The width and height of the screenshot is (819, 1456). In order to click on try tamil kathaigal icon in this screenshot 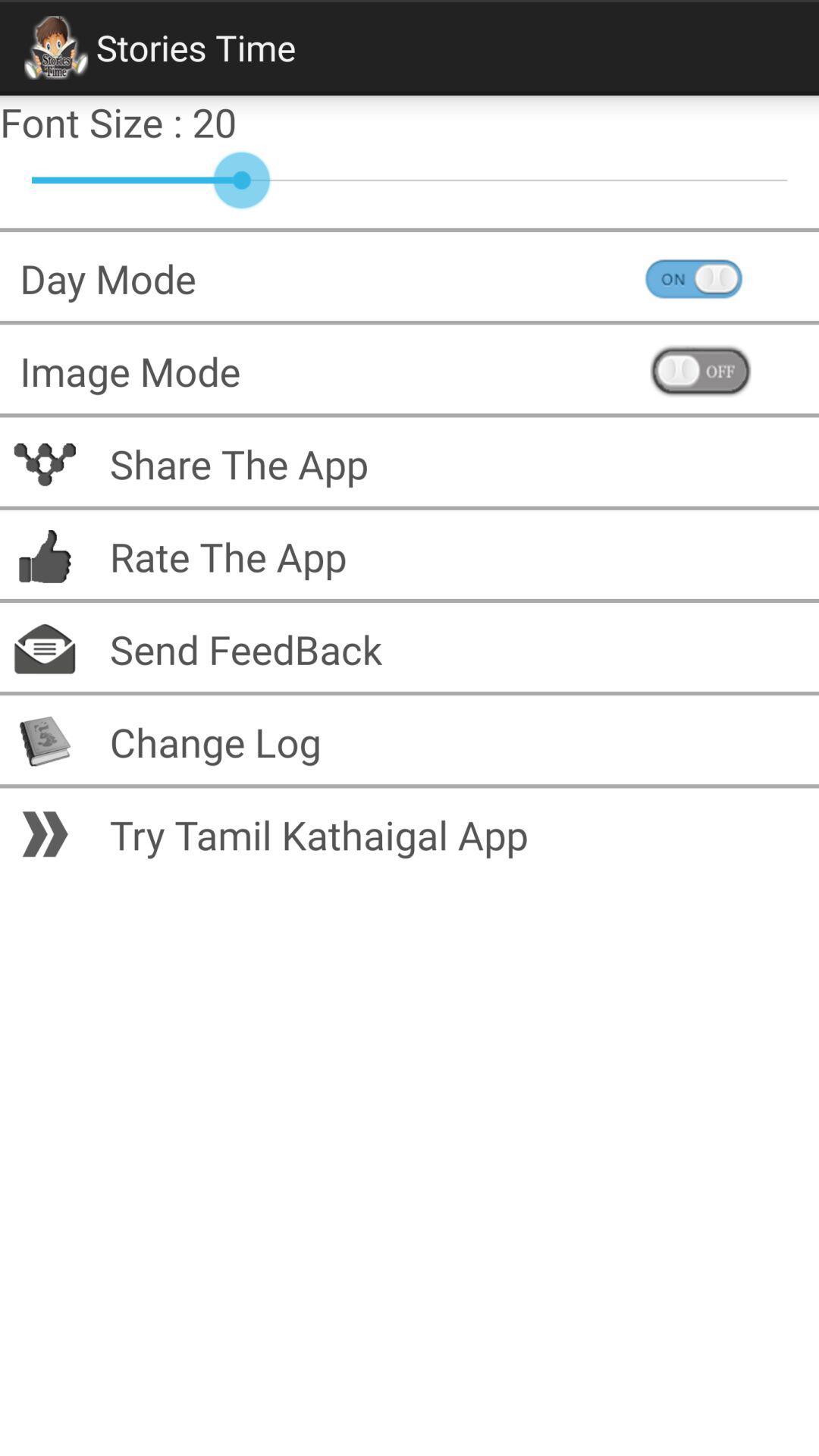, I will do `click(453, 833)`.